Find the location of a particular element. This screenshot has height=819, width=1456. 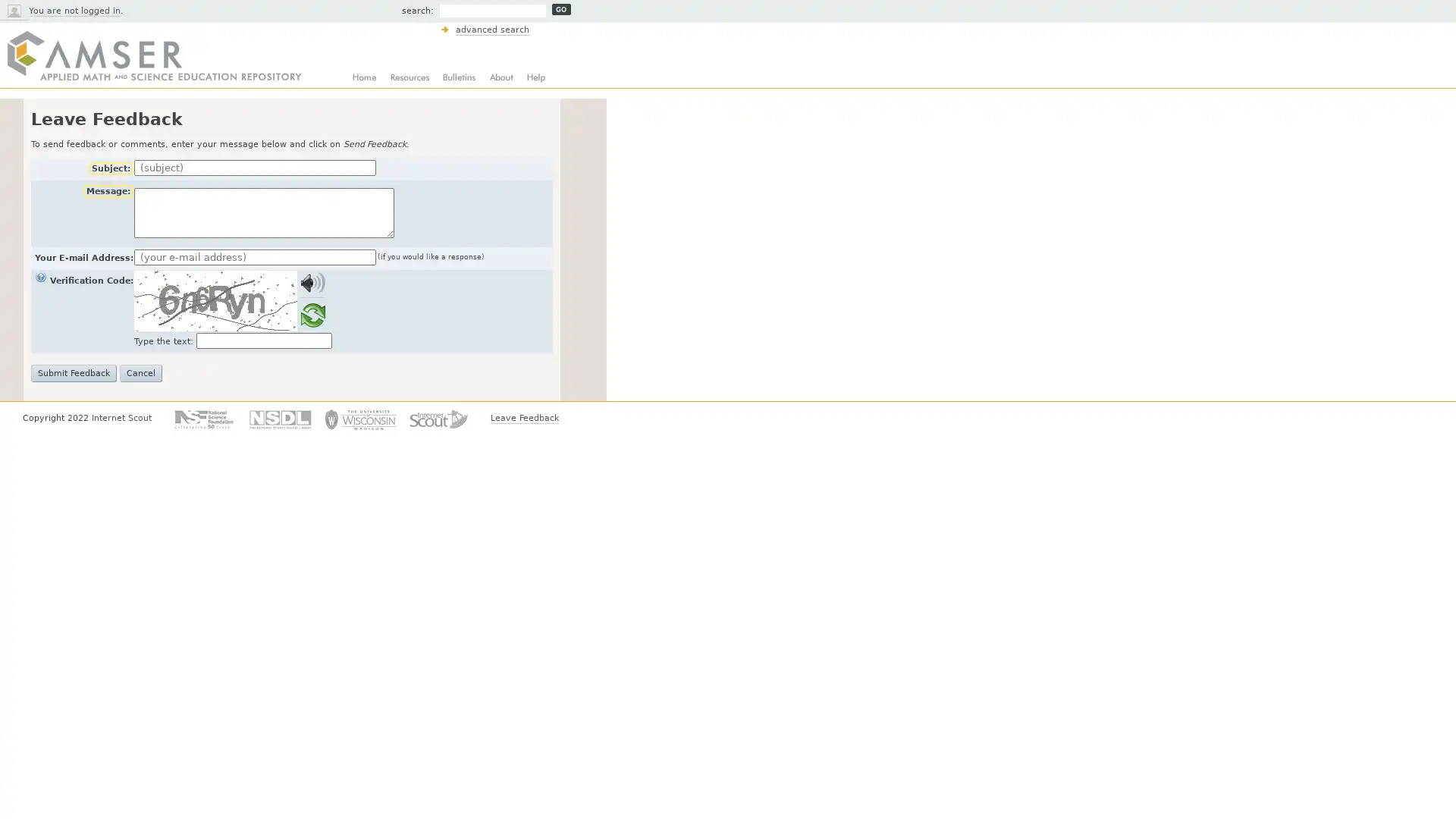

Submit Feedback is located at coordinates (73, 373).